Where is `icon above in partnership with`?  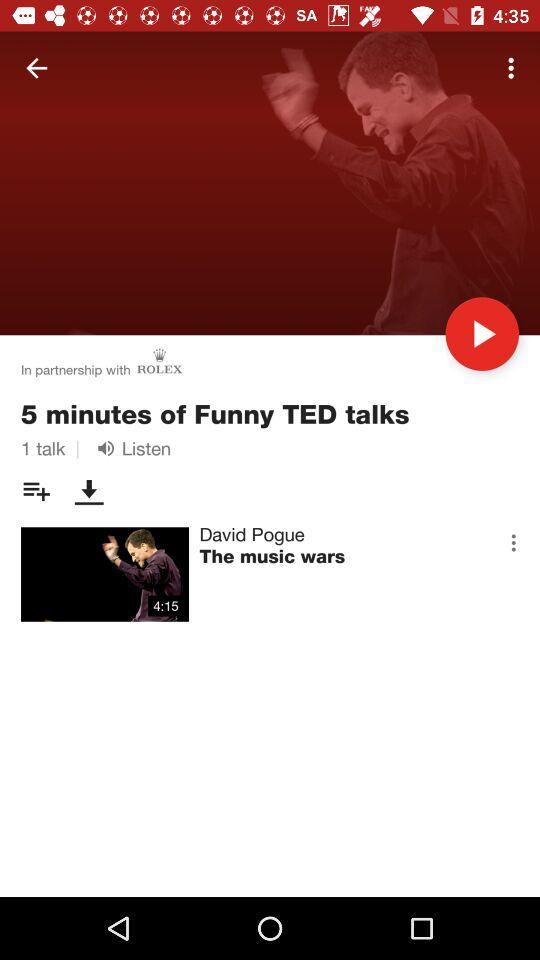
icon above in partnership with is located at coordinates (36, 68).